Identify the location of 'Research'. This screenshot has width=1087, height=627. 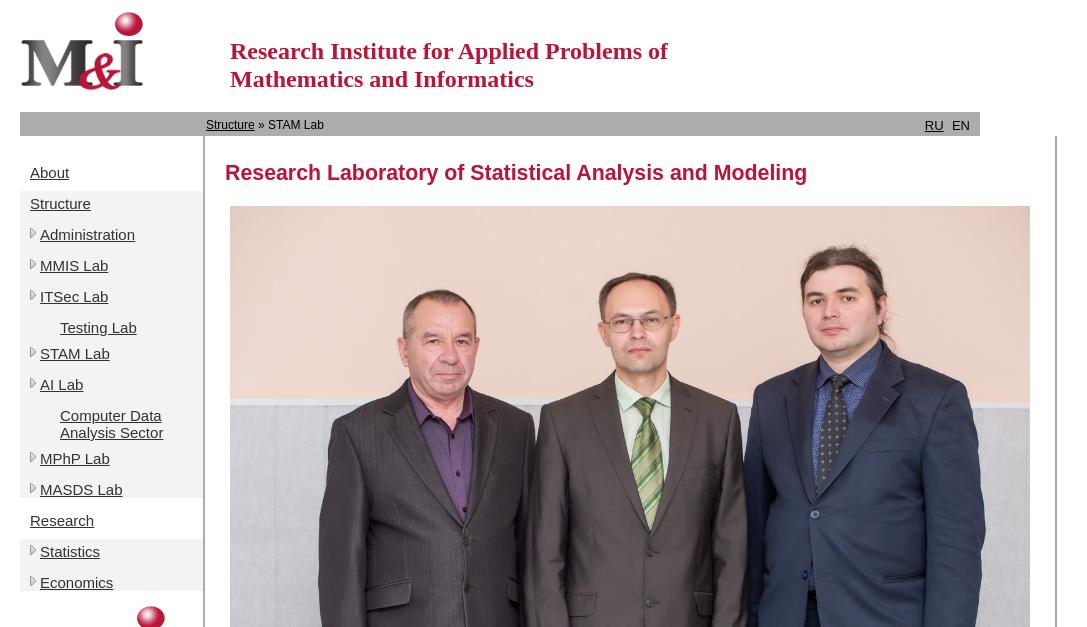
(61, 519).